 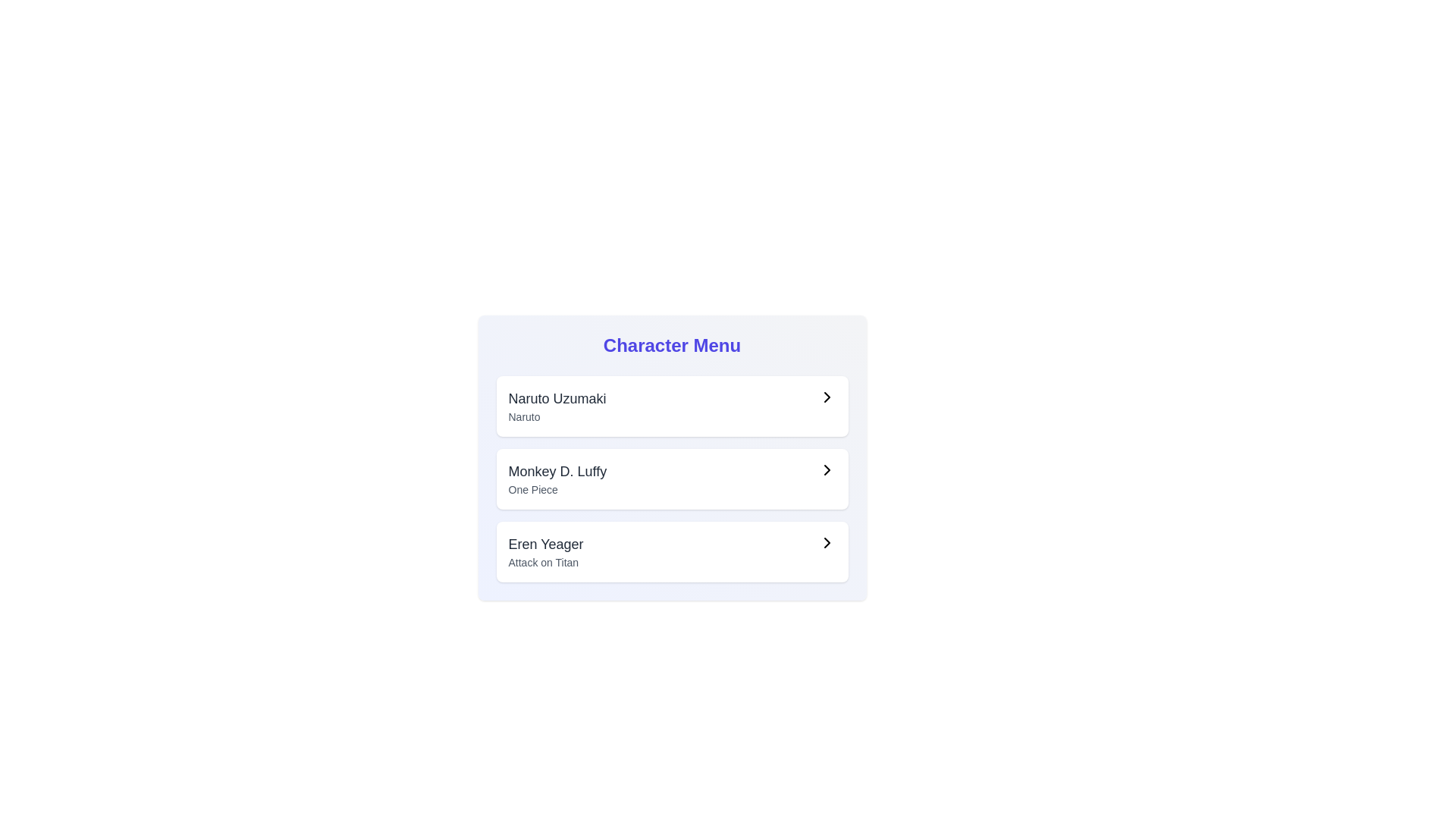 What do you see at coordinates (556, 397) in the screenshot?
I see `the text label displaying 'Naruto Uzumaki', which is styled with a large bold font and dark gray color, located in the first list item of the Character Menu` at bounding box center [556, 397].